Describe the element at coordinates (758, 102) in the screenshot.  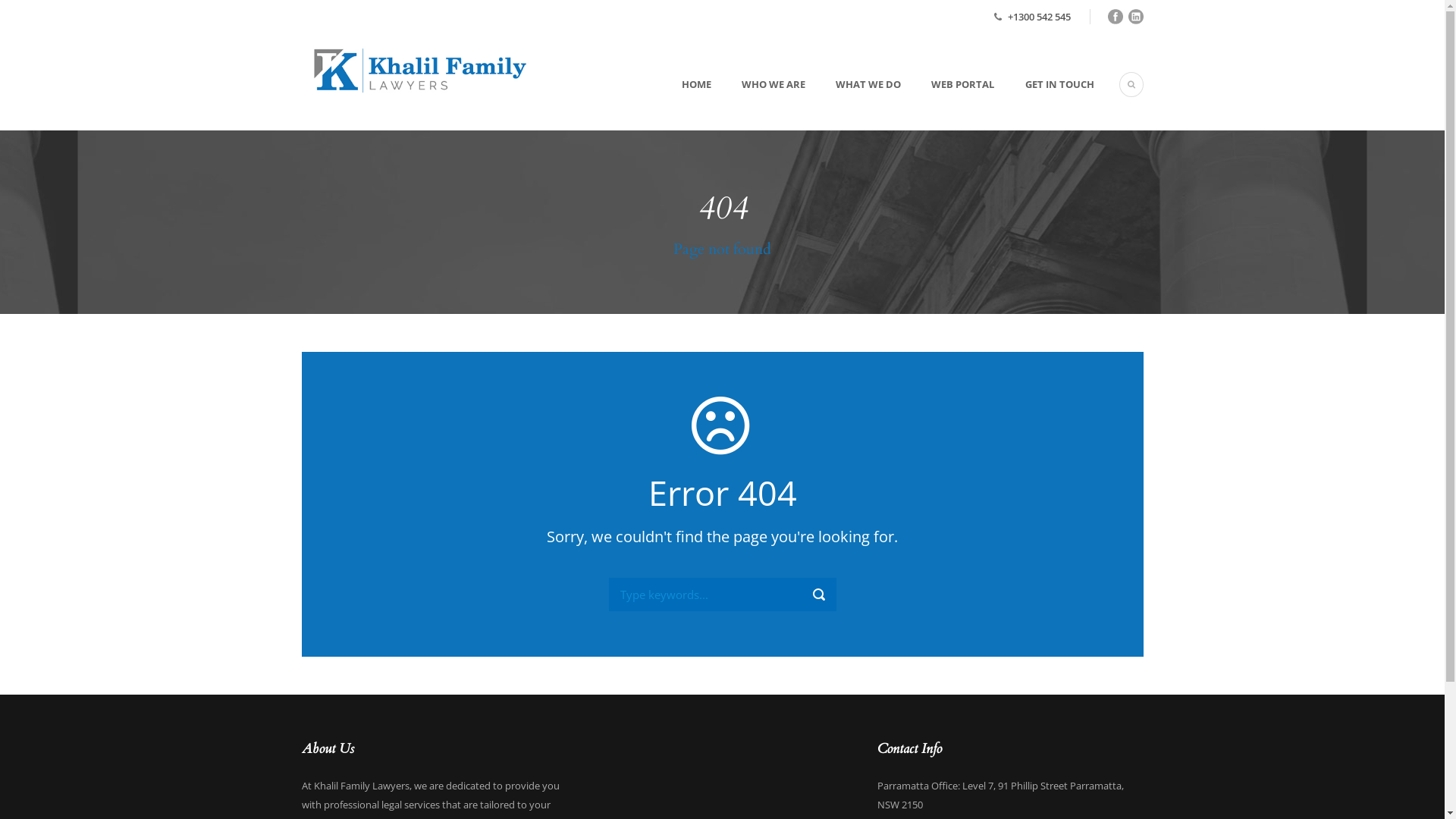
I see `'WHO WE ARE'` at that location.